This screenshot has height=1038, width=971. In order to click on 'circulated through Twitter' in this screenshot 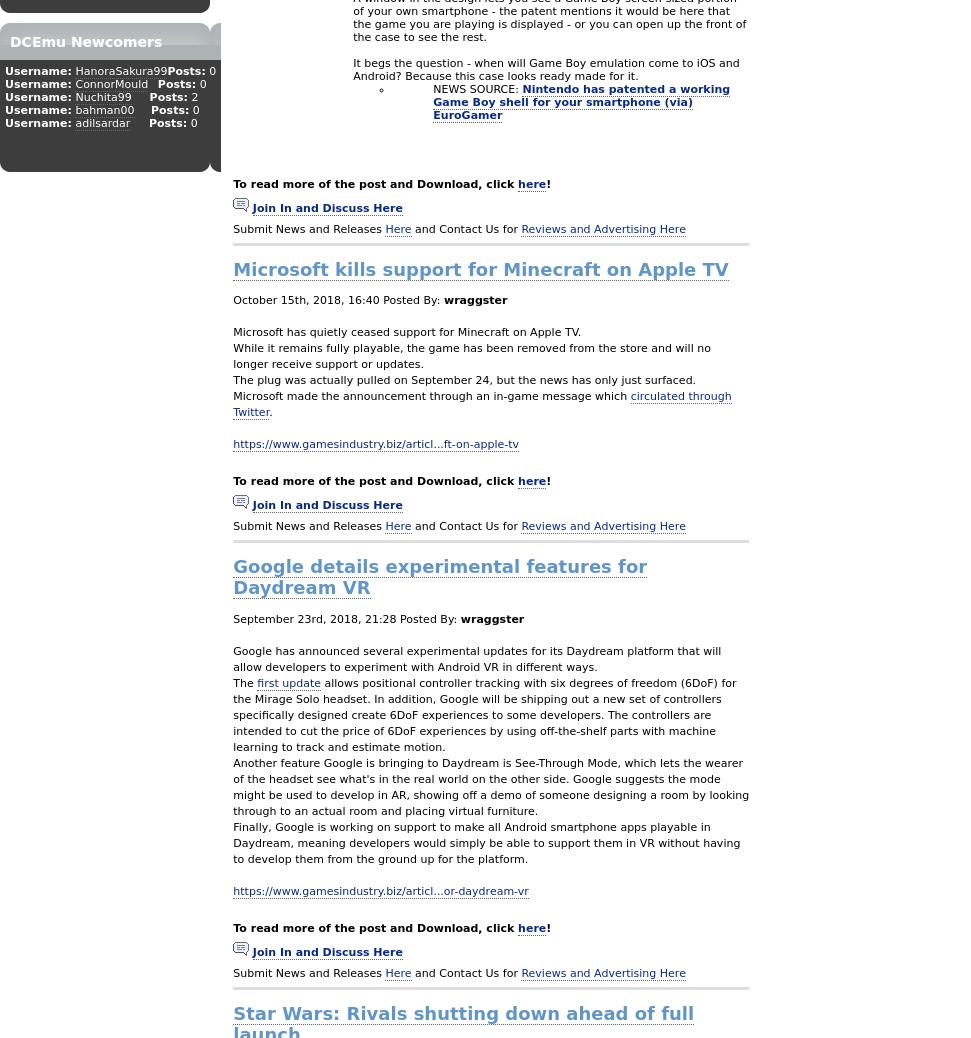, I will do `click(482, 404)`.